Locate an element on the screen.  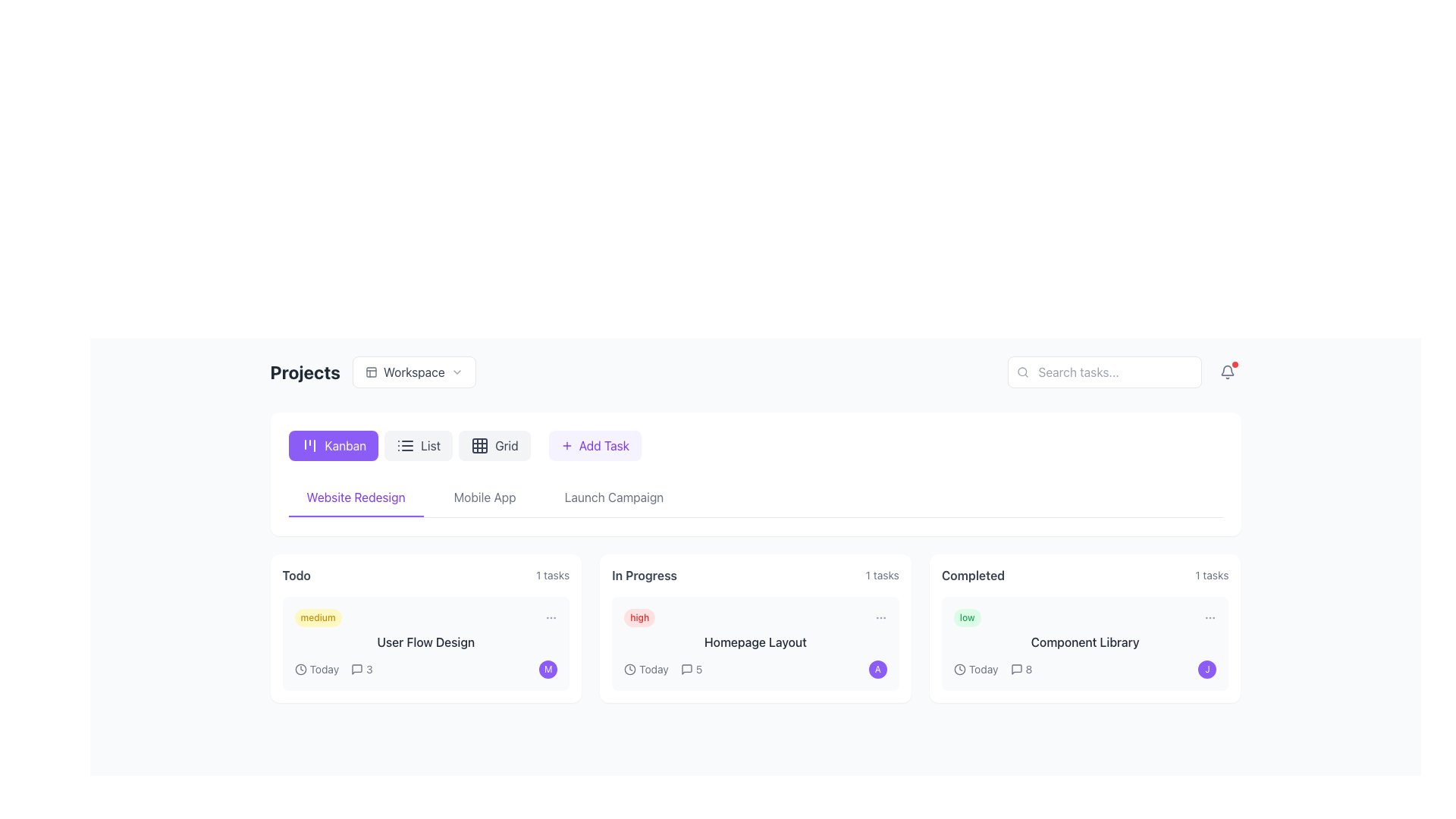
the priority level indicated by the Badge, which is the leftmost component in the row of items at the top of the 'In Progress' card, located directly below the title of the 'Projects' section is located at coordinates (755, 617).